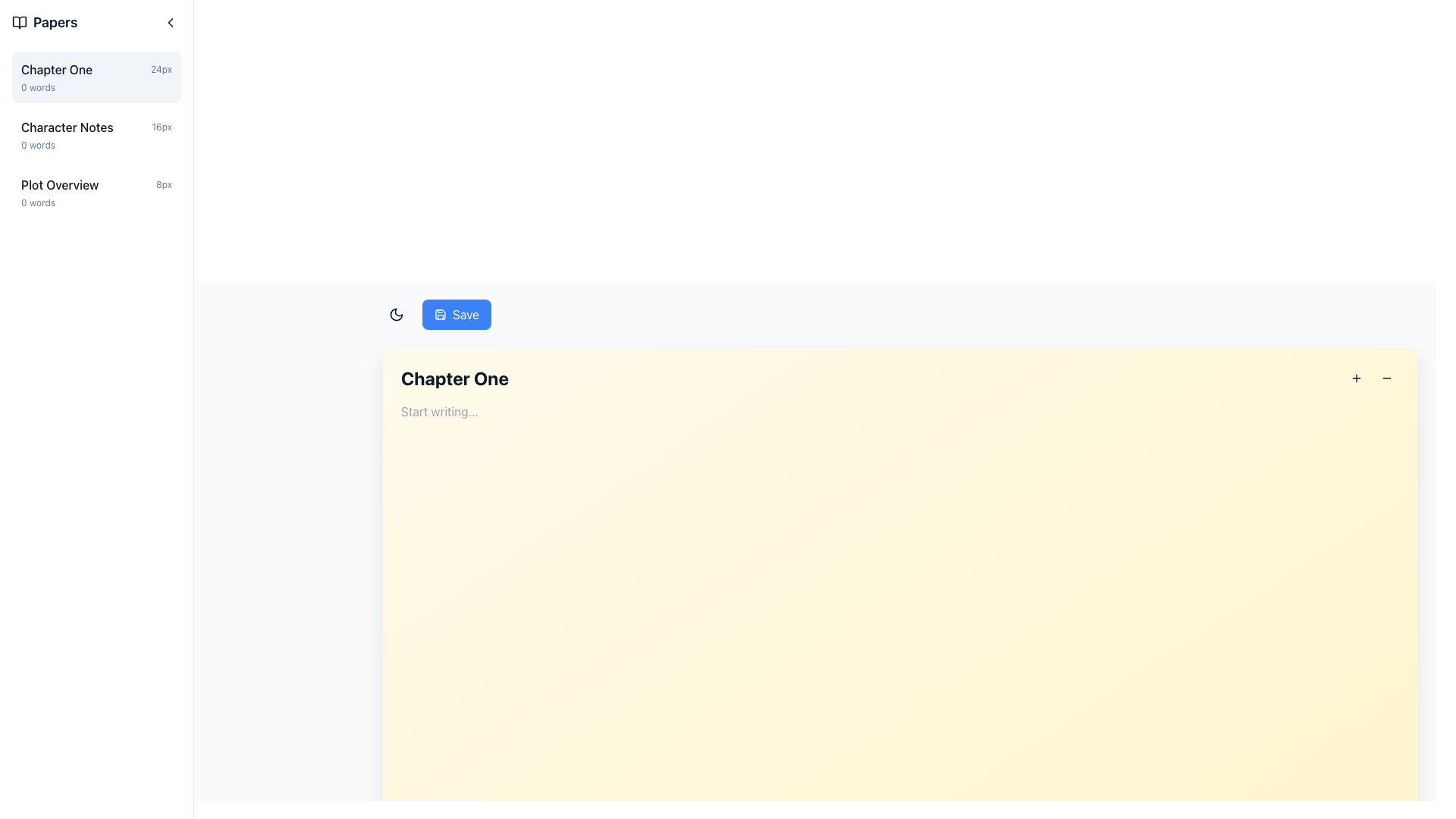  What do you see at coordinates (19, 23) in the screenshot?
I see `the 'Papers' icon located at the top-left corner of the user interface, adjacent to the text label 'Papers'` at bounding box center [19, 23].